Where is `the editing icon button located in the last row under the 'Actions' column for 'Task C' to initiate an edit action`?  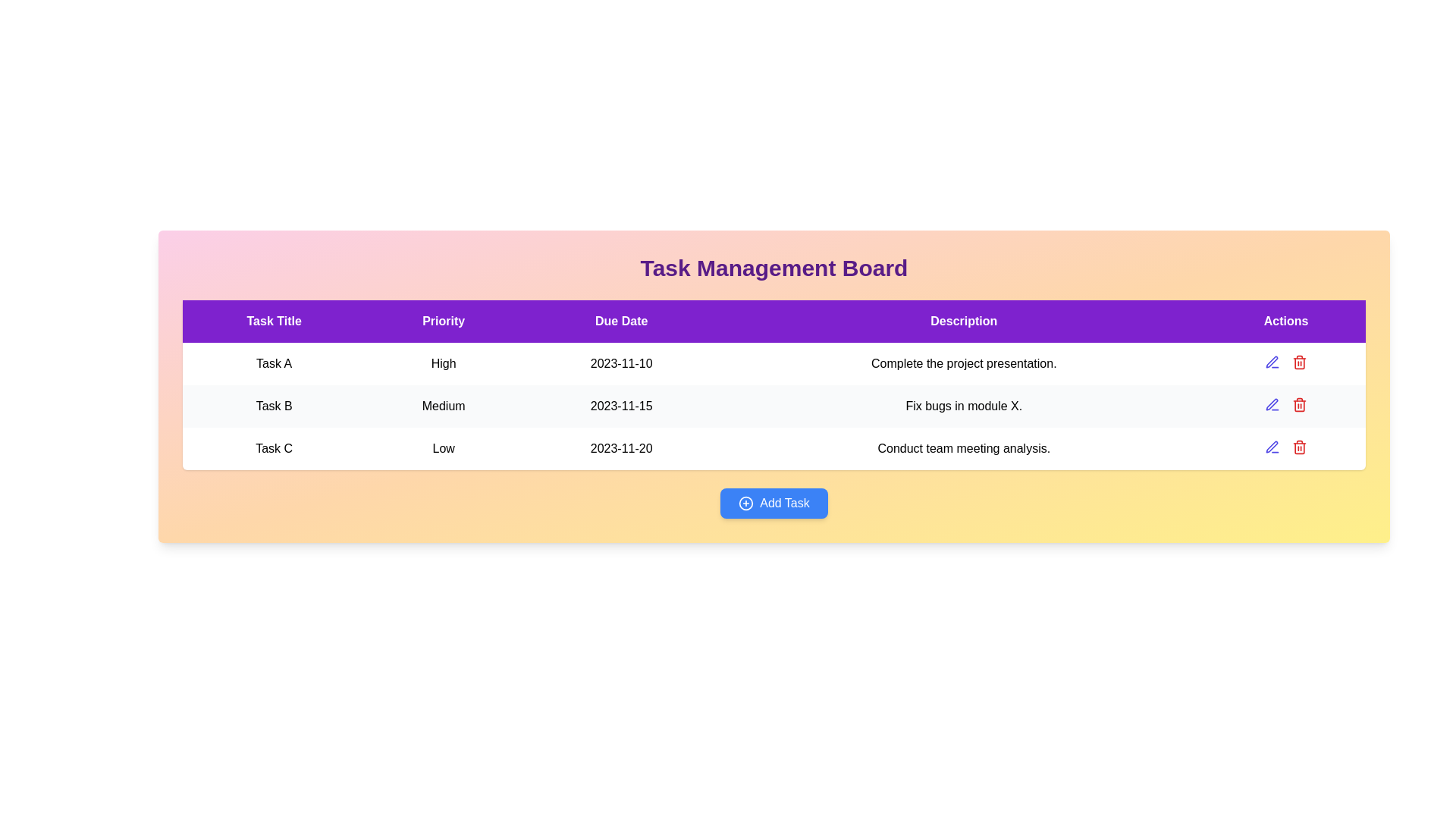 the editing icon button located in the last row under the 'Actions' column for 'Task C' to initiate an edit action is located at coordinates (1272, 446).